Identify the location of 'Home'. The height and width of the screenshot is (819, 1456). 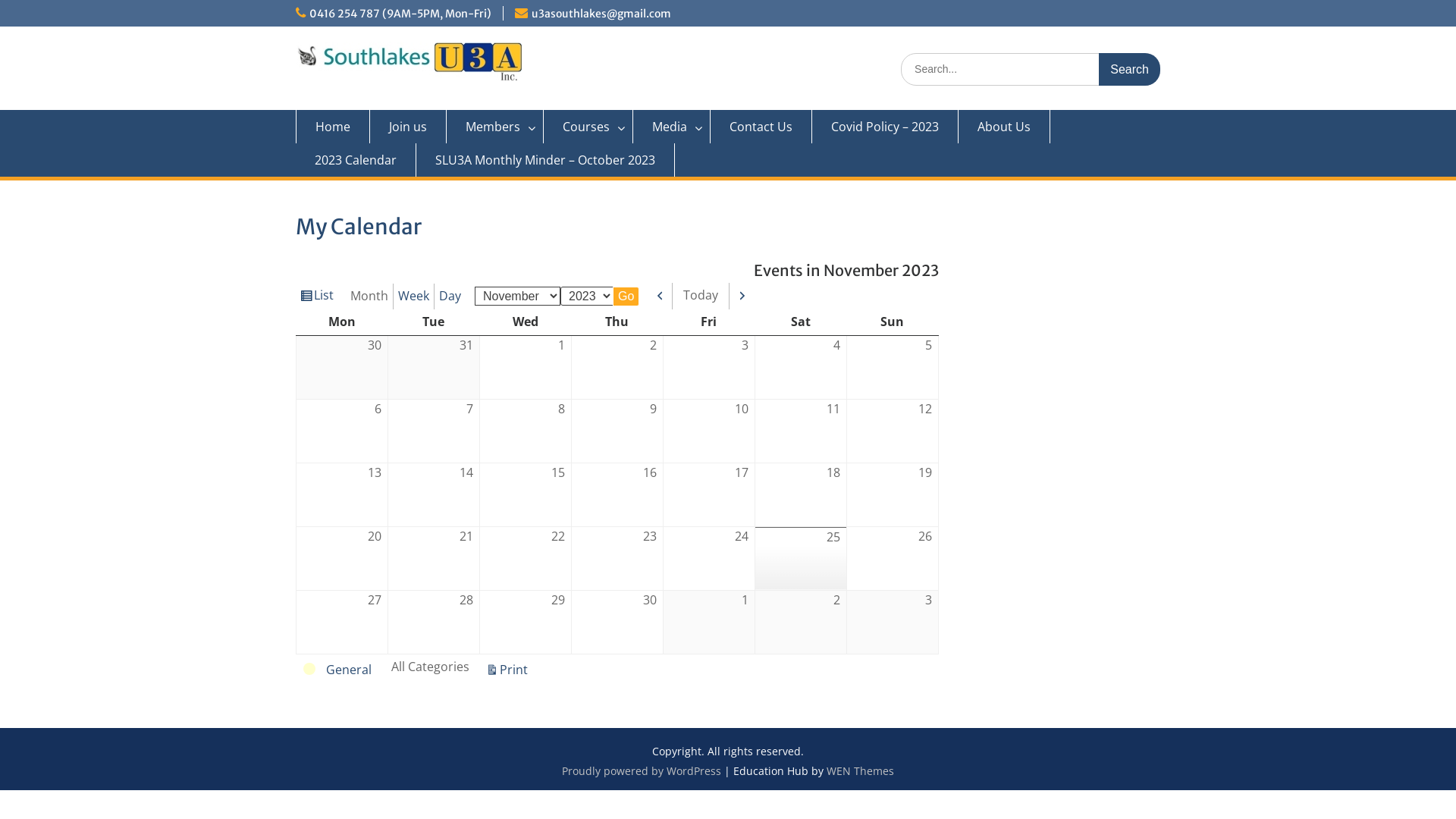
(331, 125).